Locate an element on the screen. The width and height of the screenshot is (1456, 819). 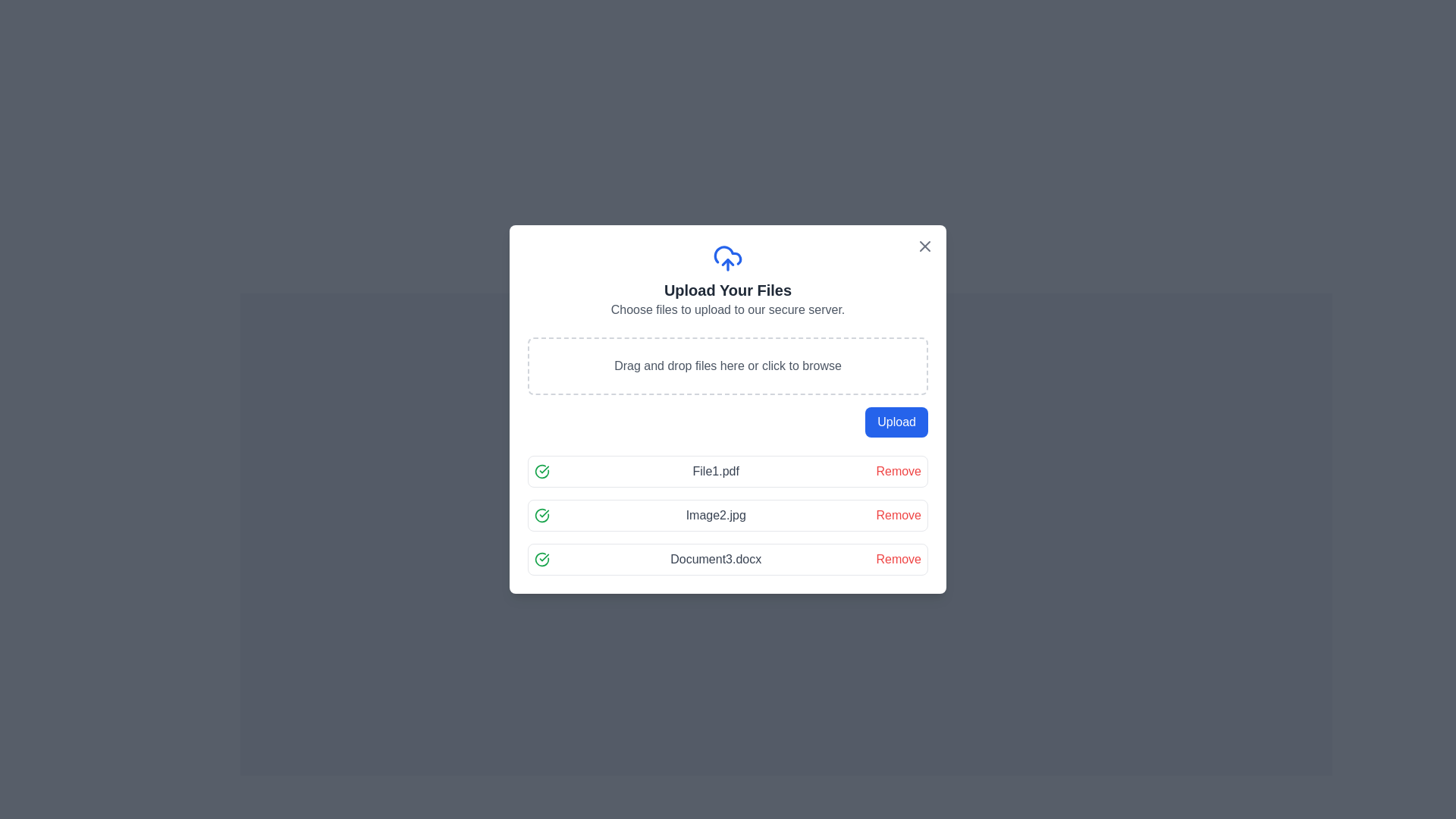
the red 'Remove' button located on the far right of the file entry row for 'File1.pdf' is located at coordinates (899, 470).